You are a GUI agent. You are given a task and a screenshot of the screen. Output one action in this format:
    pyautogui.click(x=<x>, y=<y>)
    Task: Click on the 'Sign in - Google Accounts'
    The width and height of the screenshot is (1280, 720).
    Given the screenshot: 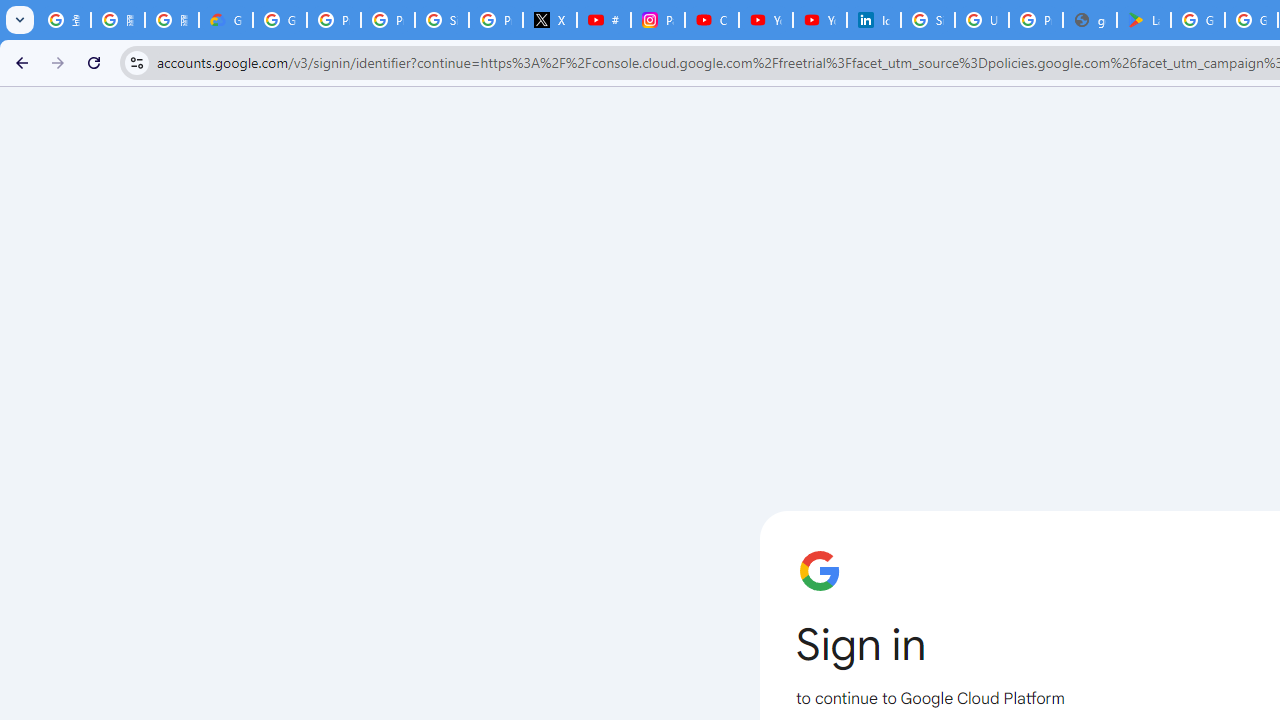 What is the action you would take?
    pyautogui.click(x=927, y=20)
    